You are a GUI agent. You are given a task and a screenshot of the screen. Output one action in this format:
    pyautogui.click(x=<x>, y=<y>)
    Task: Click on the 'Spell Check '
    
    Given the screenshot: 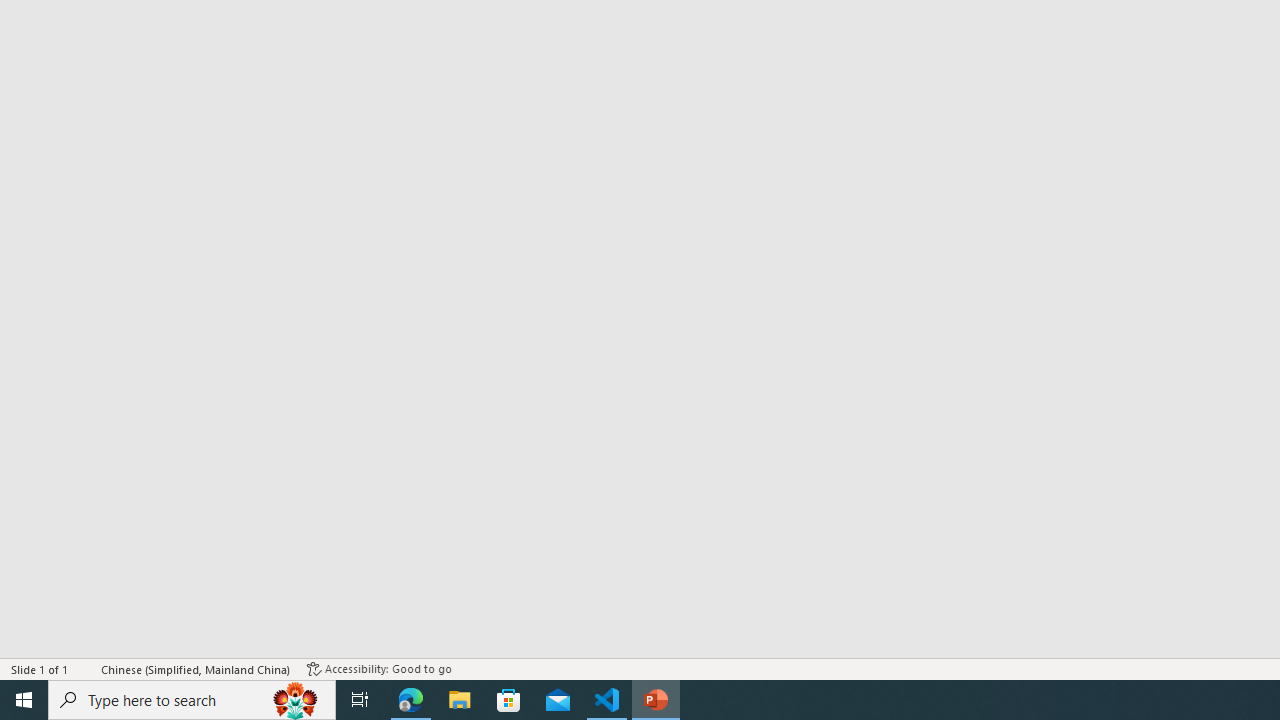 What is the action you would take?
    pyautogui.click(x=85, y=669)
    